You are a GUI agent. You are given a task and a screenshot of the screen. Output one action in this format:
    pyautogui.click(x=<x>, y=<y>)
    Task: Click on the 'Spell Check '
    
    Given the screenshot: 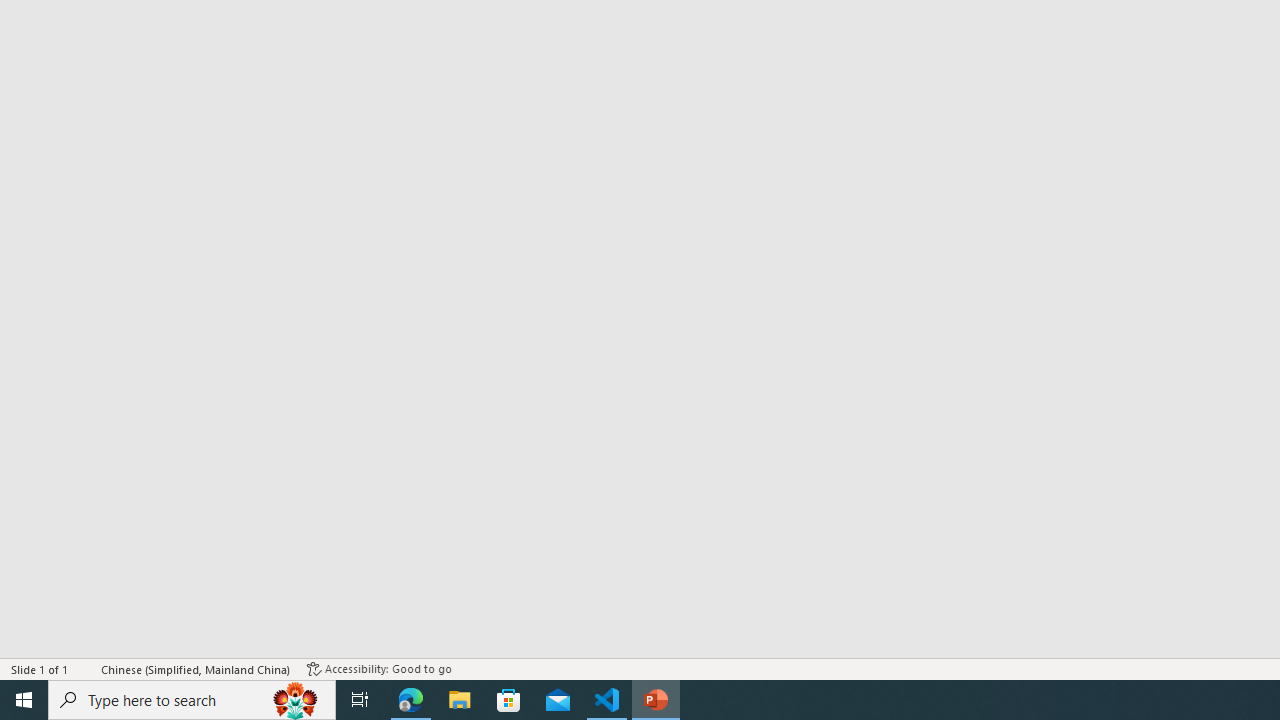 What is the action you would take?
    pyautogui.click(x=85, y=669)
    